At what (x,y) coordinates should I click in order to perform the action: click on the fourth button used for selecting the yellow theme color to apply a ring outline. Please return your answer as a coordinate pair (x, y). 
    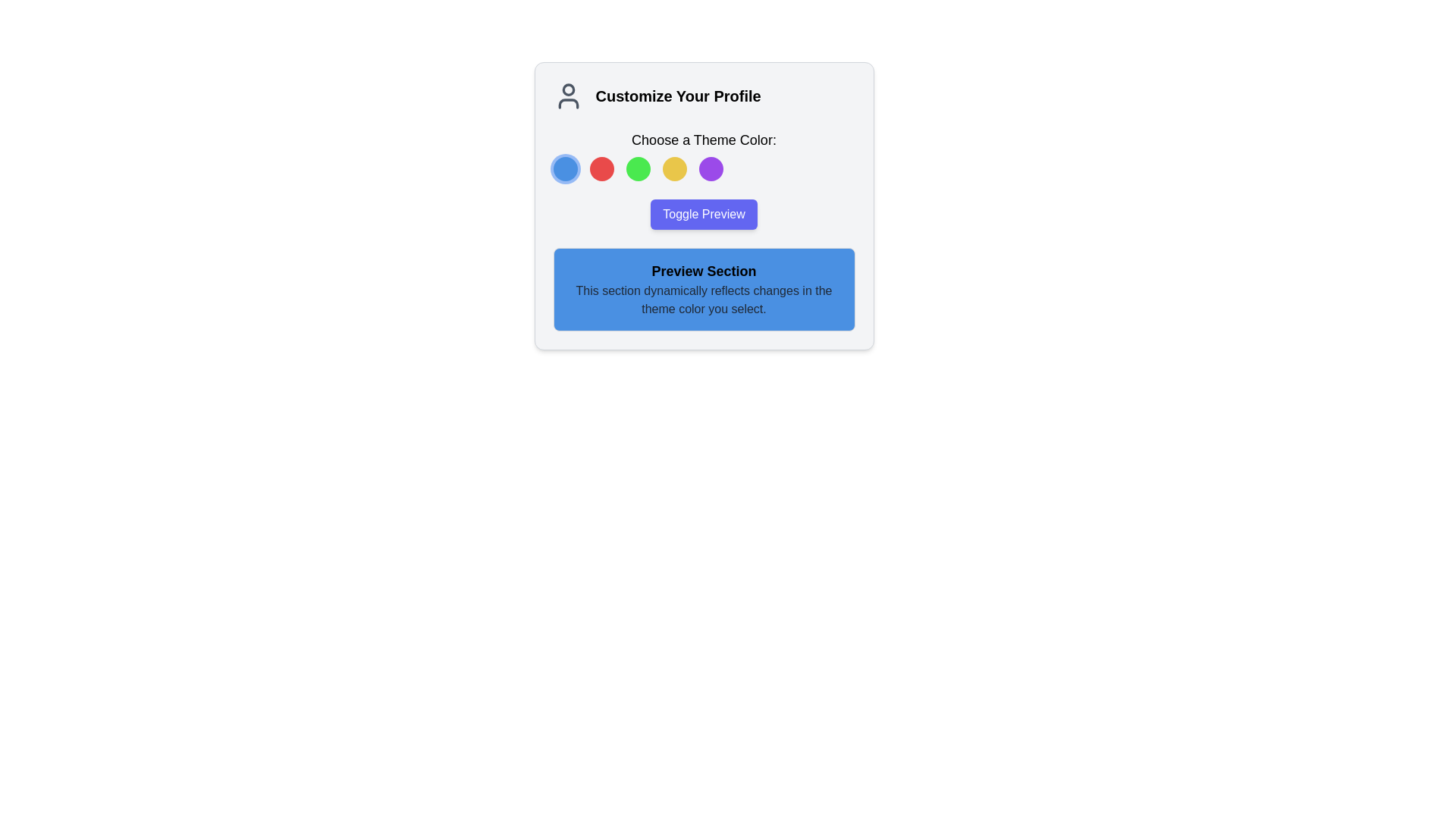
    Looking at the image, I should click on (673, 169).